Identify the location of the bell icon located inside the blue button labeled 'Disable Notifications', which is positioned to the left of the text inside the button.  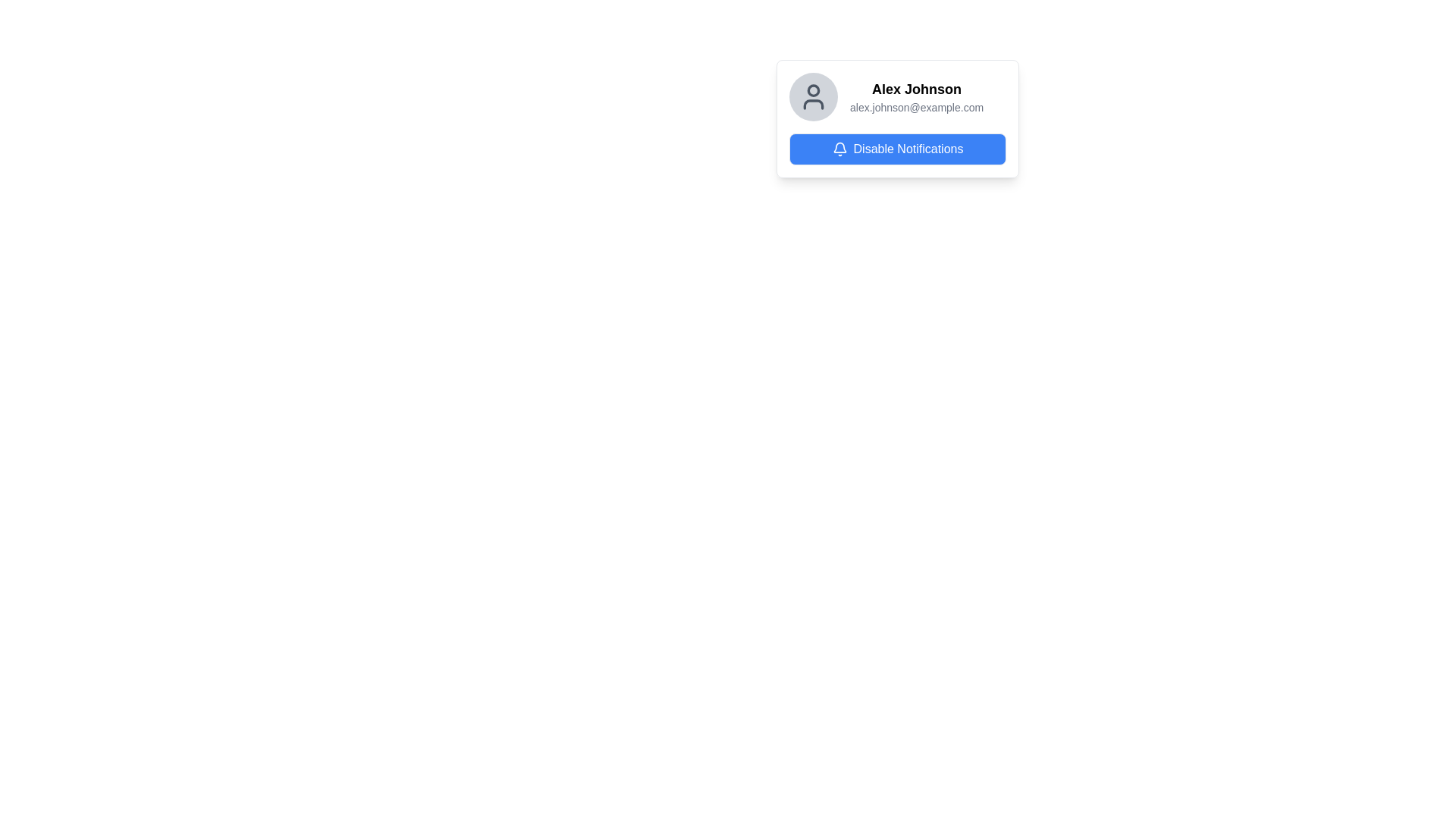
(839, 149).